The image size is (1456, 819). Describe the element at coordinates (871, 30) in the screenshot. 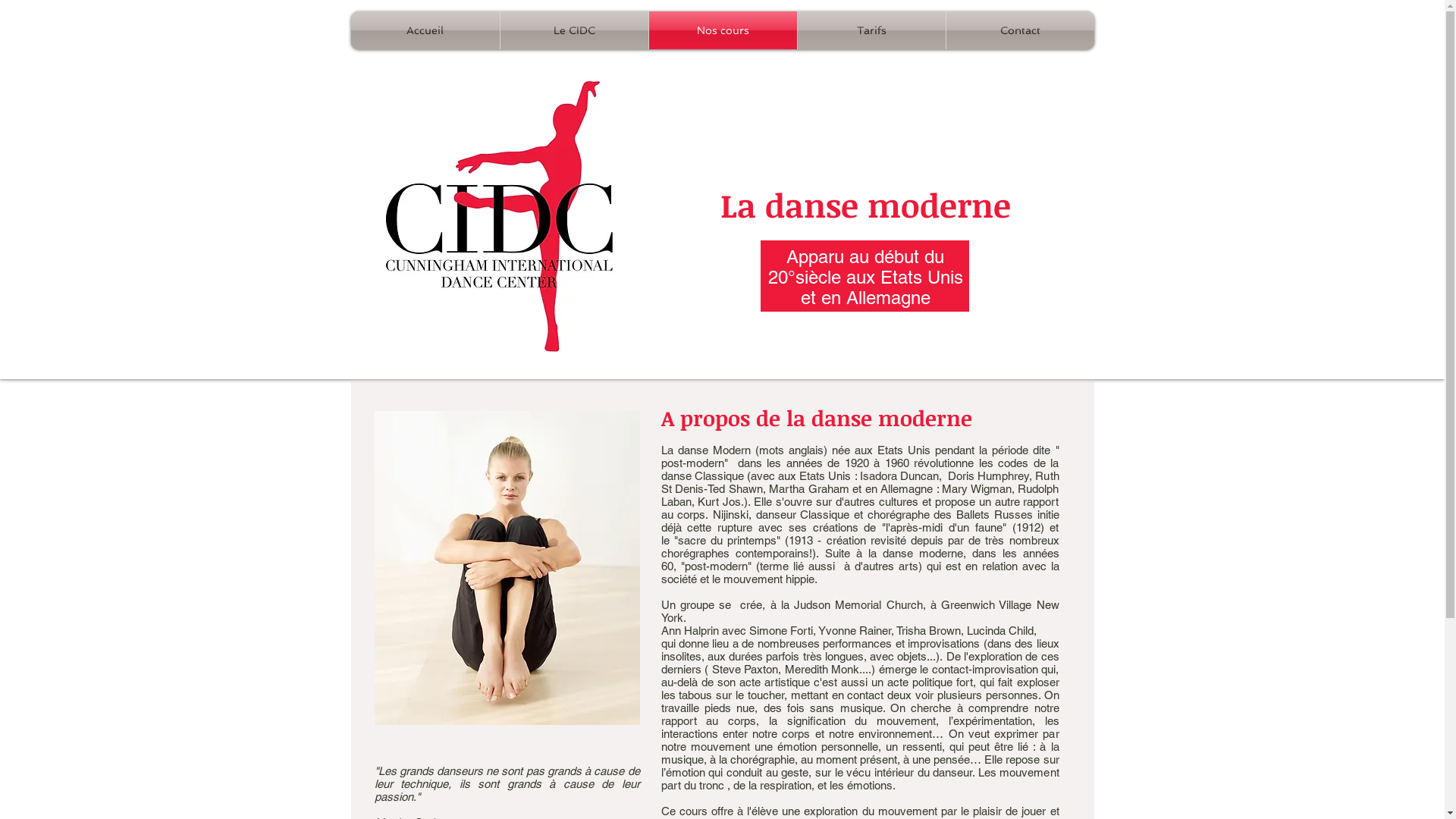

I see `'Tarifs'` at that location.